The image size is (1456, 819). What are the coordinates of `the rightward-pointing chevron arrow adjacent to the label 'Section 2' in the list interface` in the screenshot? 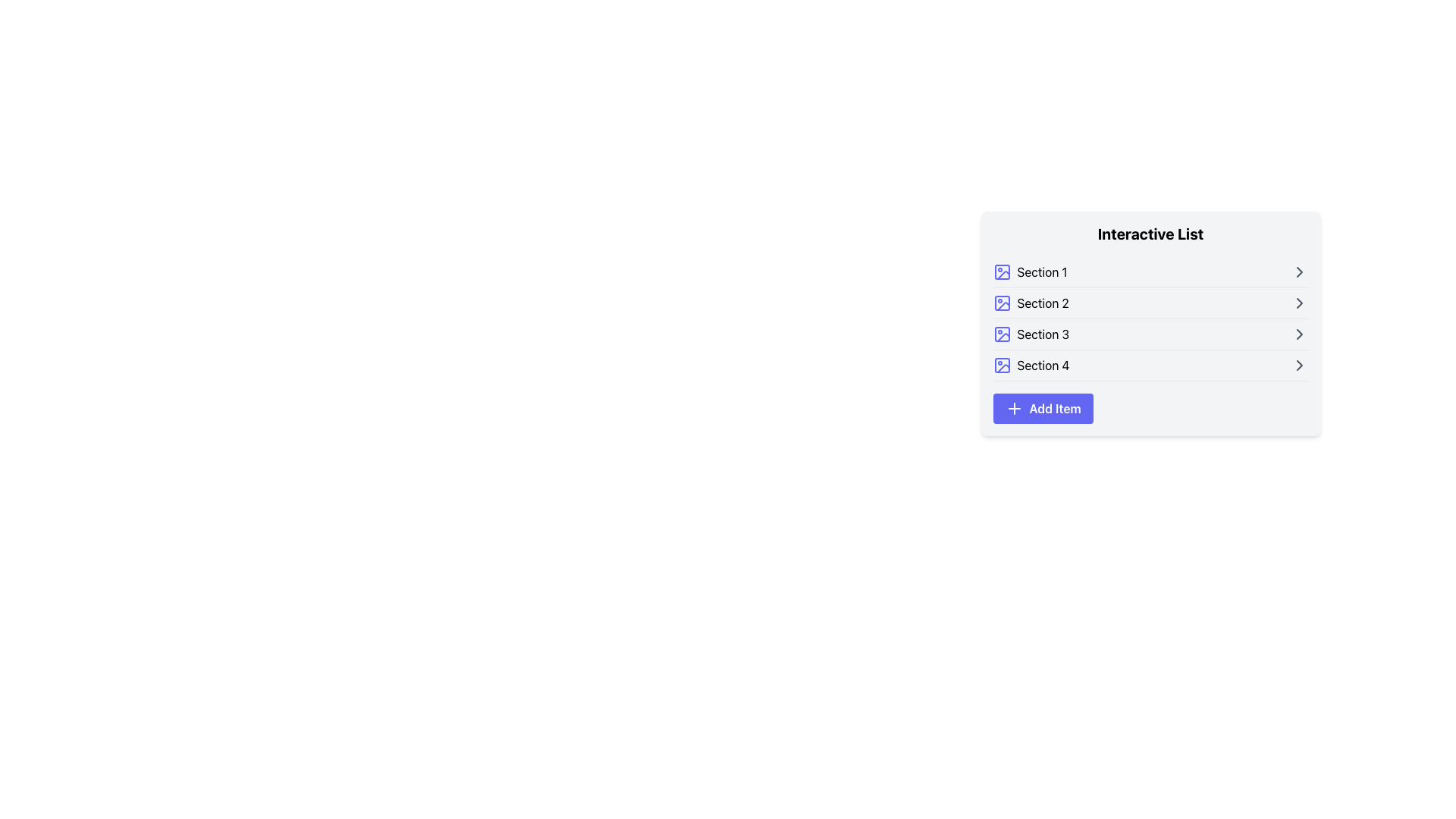 It's located at (1298, 303).